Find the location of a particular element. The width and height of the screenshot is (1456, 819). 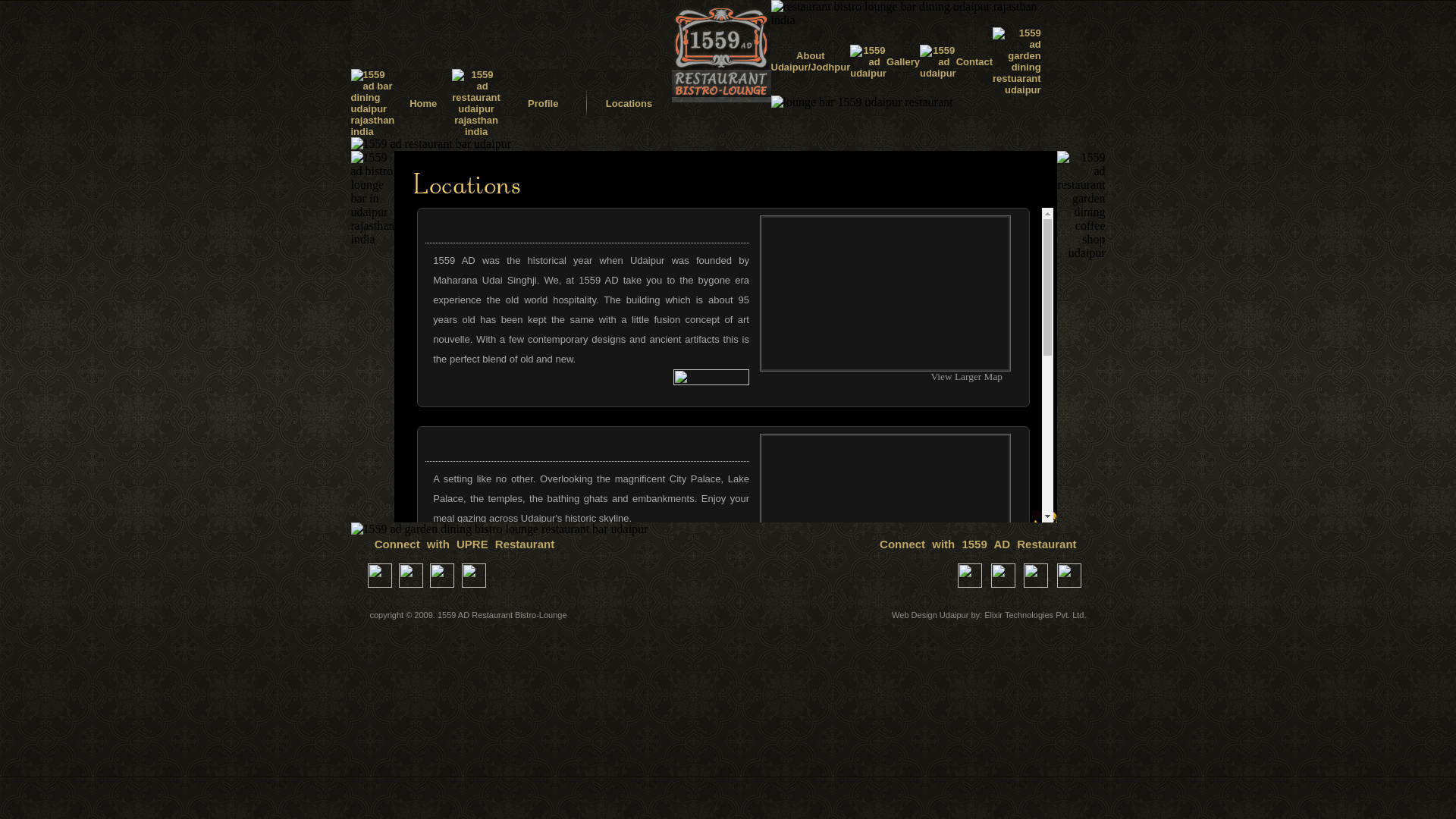

'1559 ad bar dining udaipur rajasthan india' is located at coordinates (372, 102).